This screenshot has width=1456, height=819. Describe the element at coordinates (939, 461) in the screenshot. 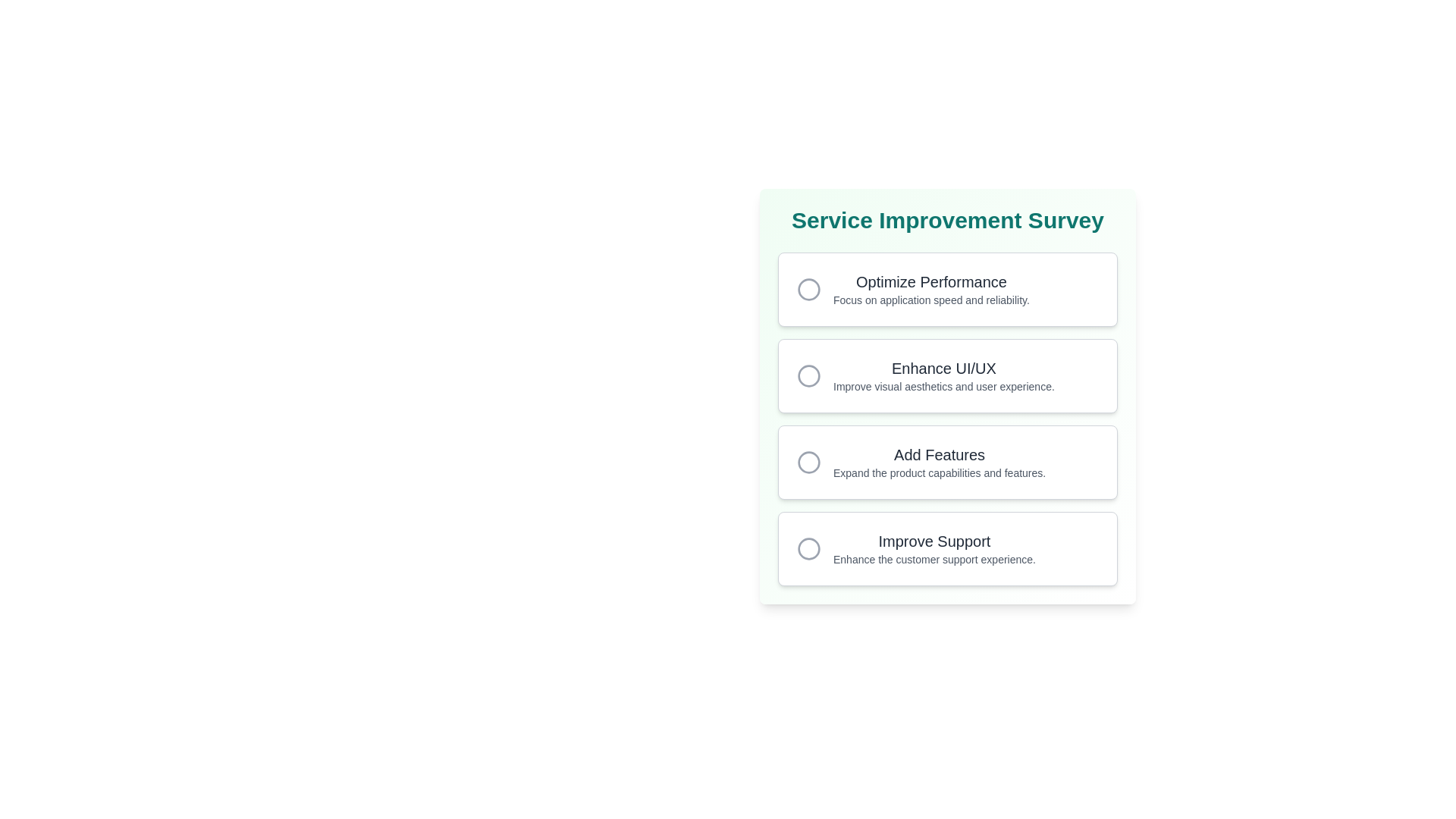

I see `the 'Add Features' textual selection option` at that location.